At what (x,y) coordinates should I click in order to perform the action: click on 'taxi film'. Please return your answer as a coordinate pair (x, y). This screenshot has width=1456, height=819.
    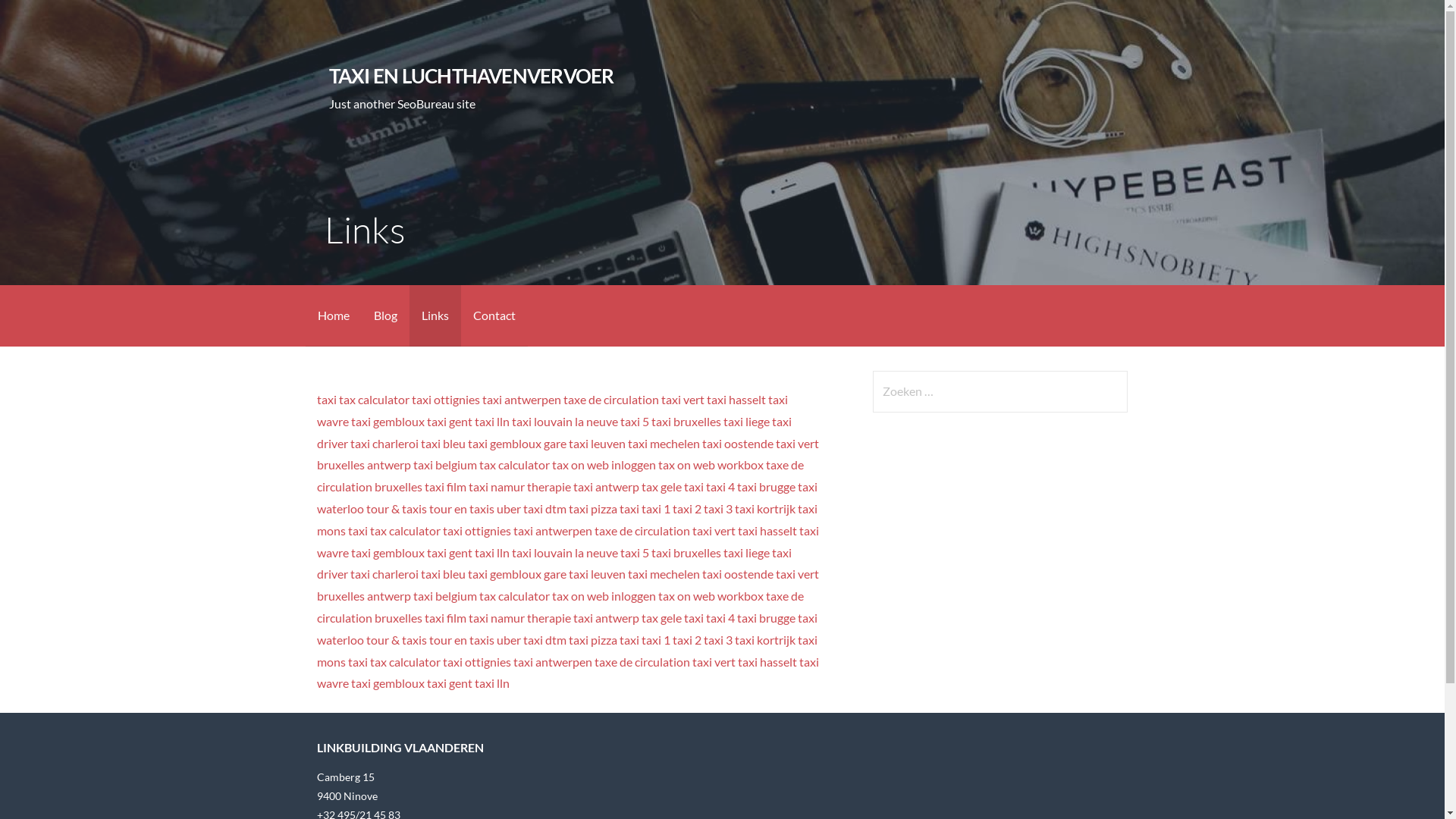
    Looking at the image, I should click on (444, 486).